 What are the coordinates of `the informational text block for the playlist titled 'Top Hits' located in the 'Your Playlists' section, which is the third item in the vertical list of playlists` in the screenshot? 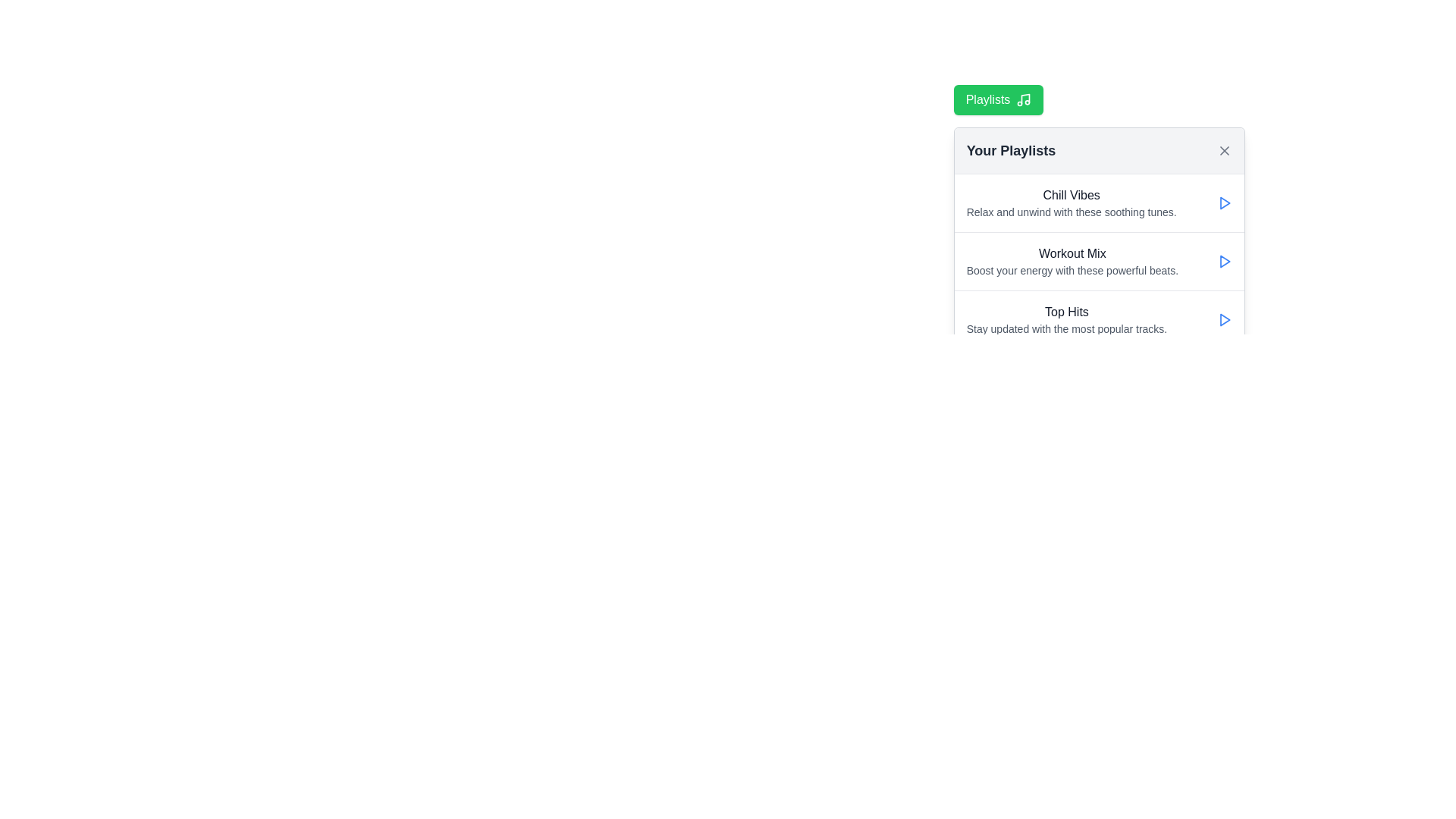 It's located at (1065, 318).